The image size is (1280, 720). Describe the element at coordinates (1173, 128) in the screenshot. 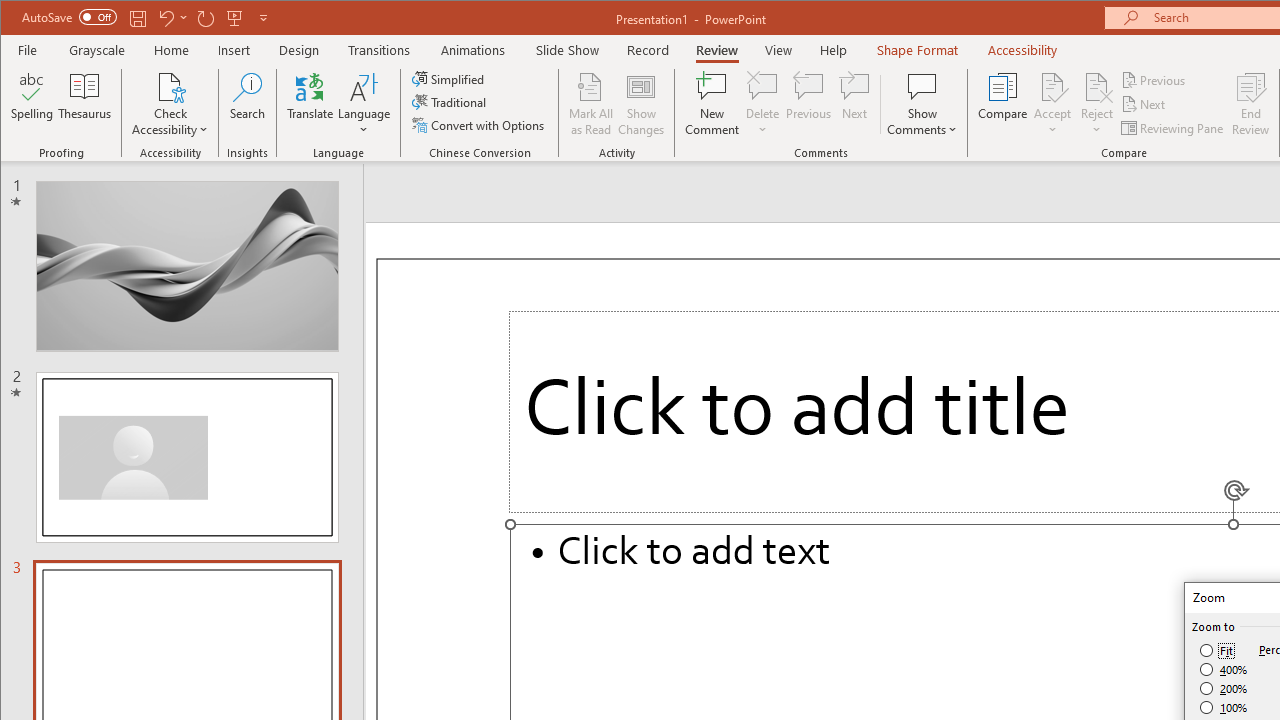

I see `'Reviewing Pane'` at that location.